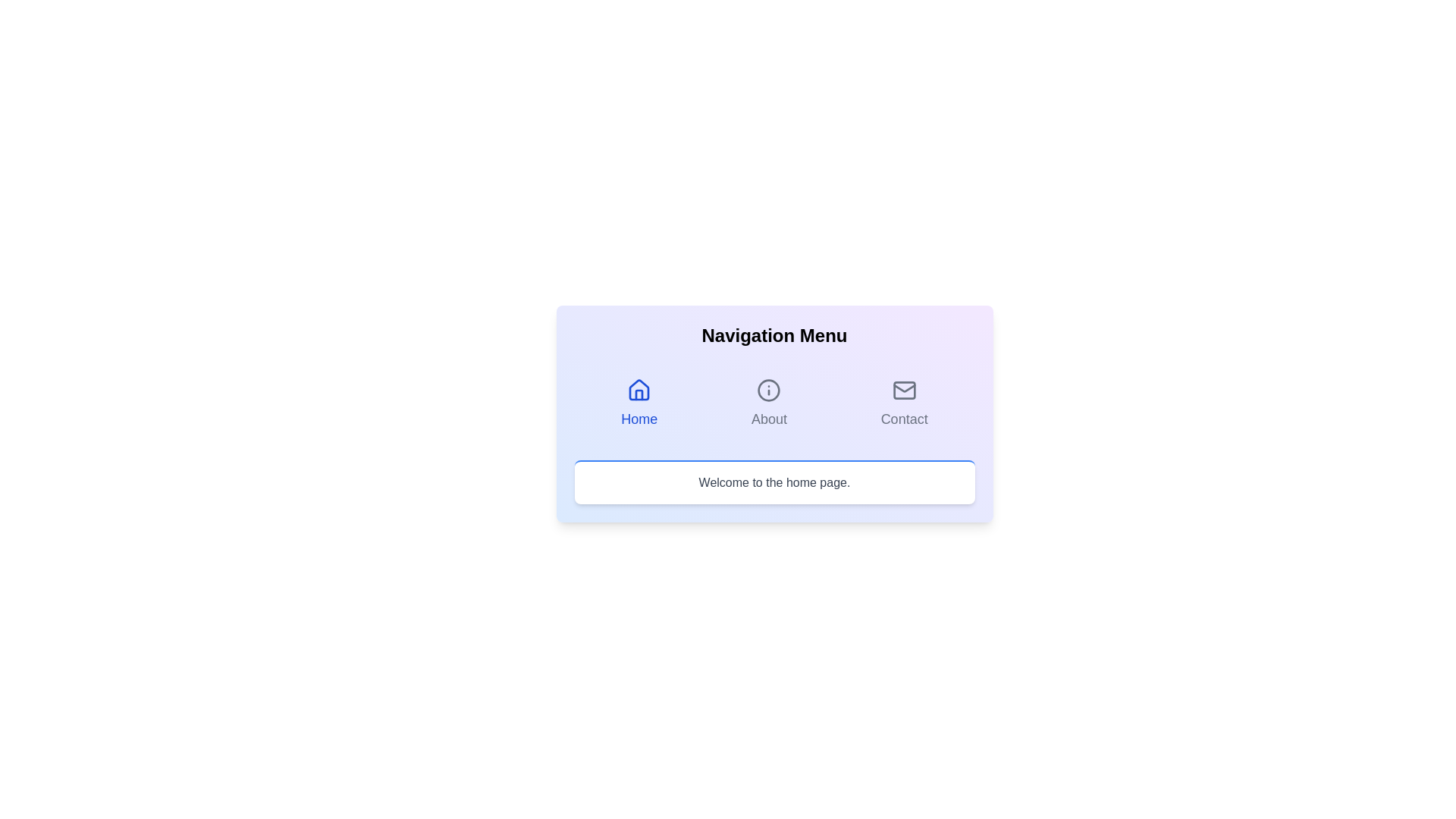 This screenshot has width=1456, height=819. What do you see at coordinates (904, 403) in the screenshot?
I see `the Contact tab in the navigation menu` at bounding box center [904, 403].